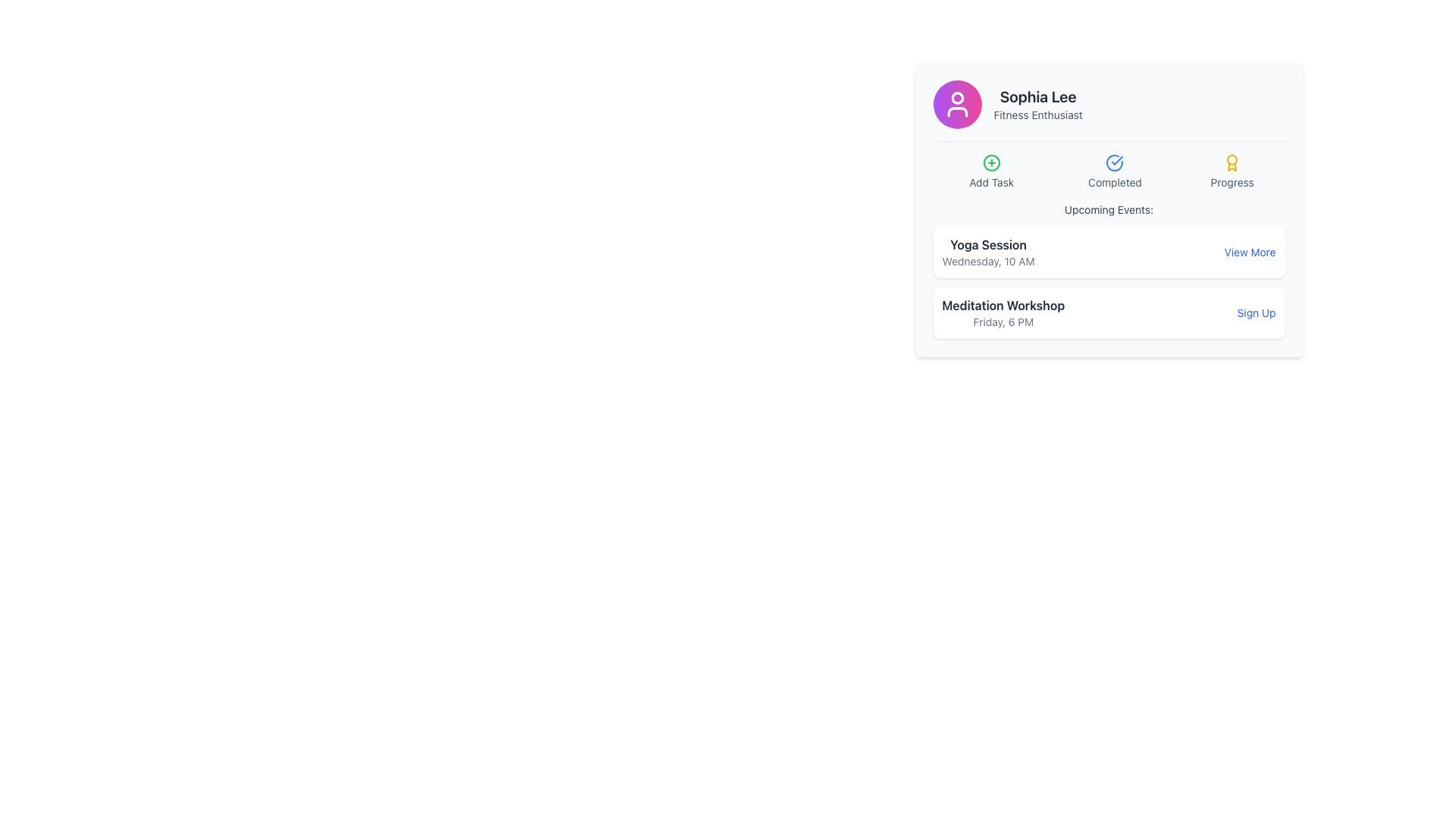  I want to click on the 'Fitness Enthusiast' text label, which is styled in a small font size and gray color, located directly below the 'Sophia Lee' text in the card-like UI component, so click(1037, 114).